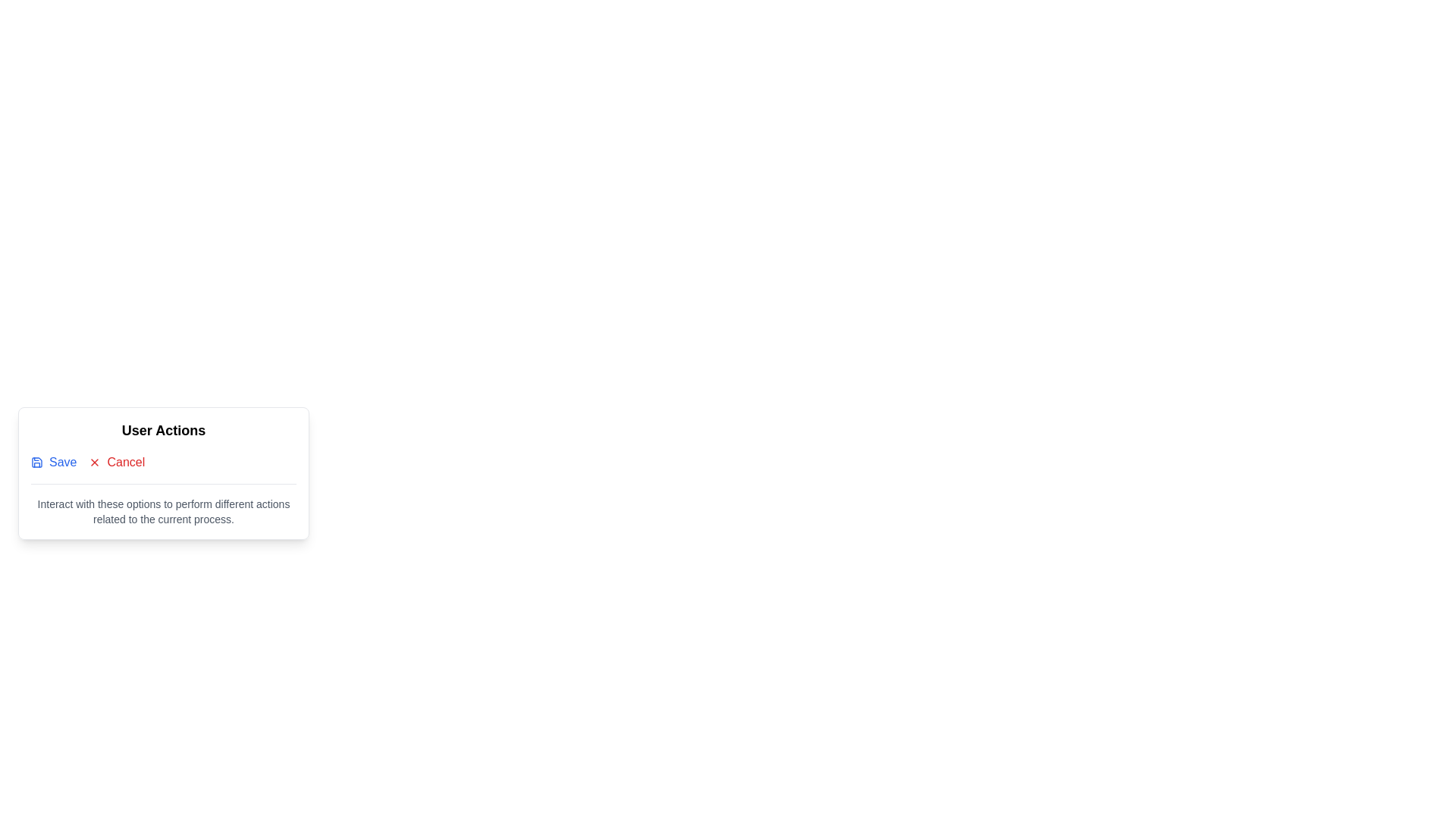 This screenshot has height=819, width=1456. Describe the element at coordinates (54, 461) in the screenshot. I see `the 'Save' button located at the top-left of the 'User Actions' group` at that location.